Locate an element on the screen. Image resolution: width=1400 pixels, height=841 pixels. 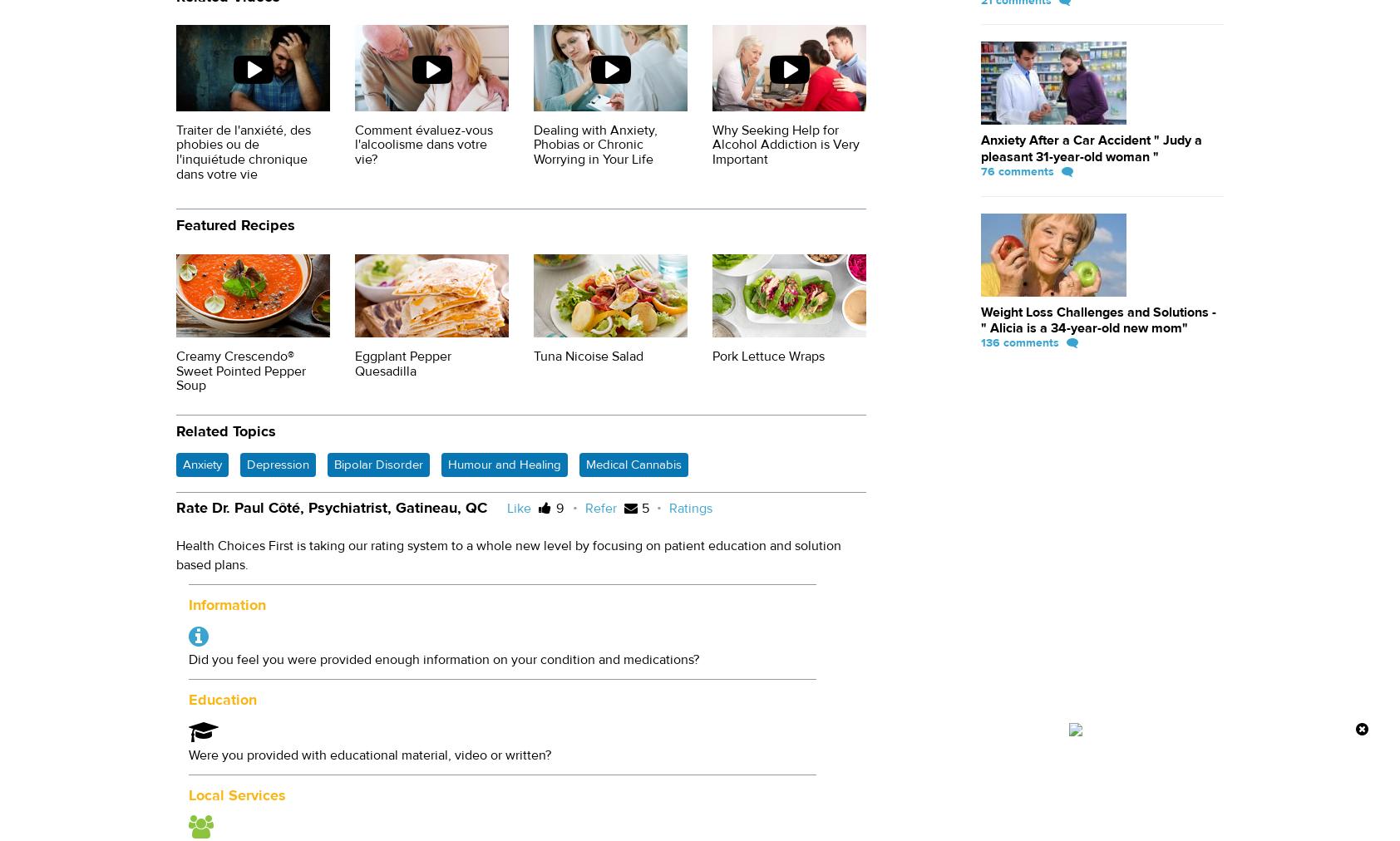
'76 comments' is located at coordinates (1016, 171).